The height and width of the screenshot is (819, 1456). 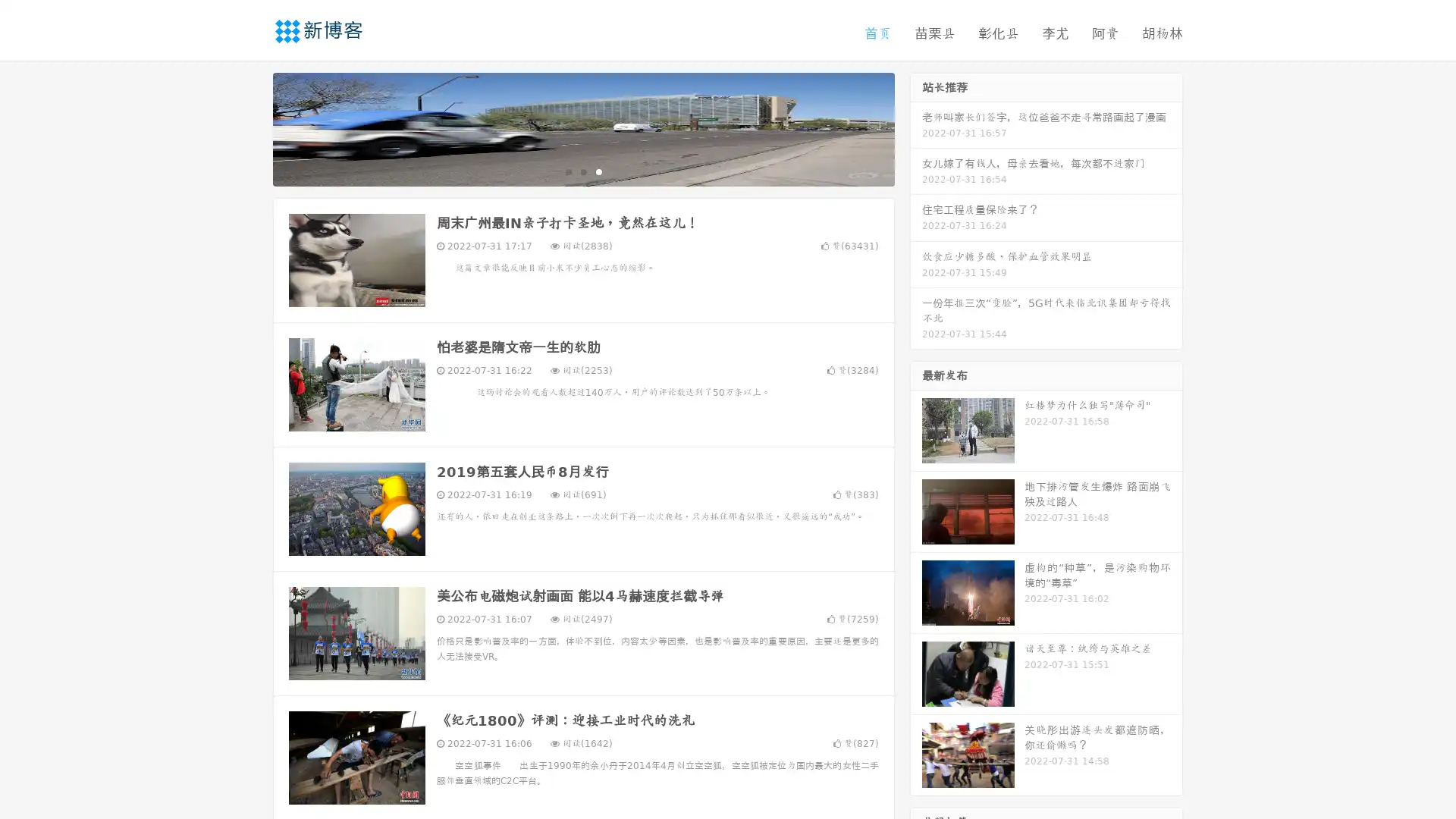 What do you see at coordinates (582, 171) in the screenshot?
I see `Go to slide 2` at bounding box center [582, 171].